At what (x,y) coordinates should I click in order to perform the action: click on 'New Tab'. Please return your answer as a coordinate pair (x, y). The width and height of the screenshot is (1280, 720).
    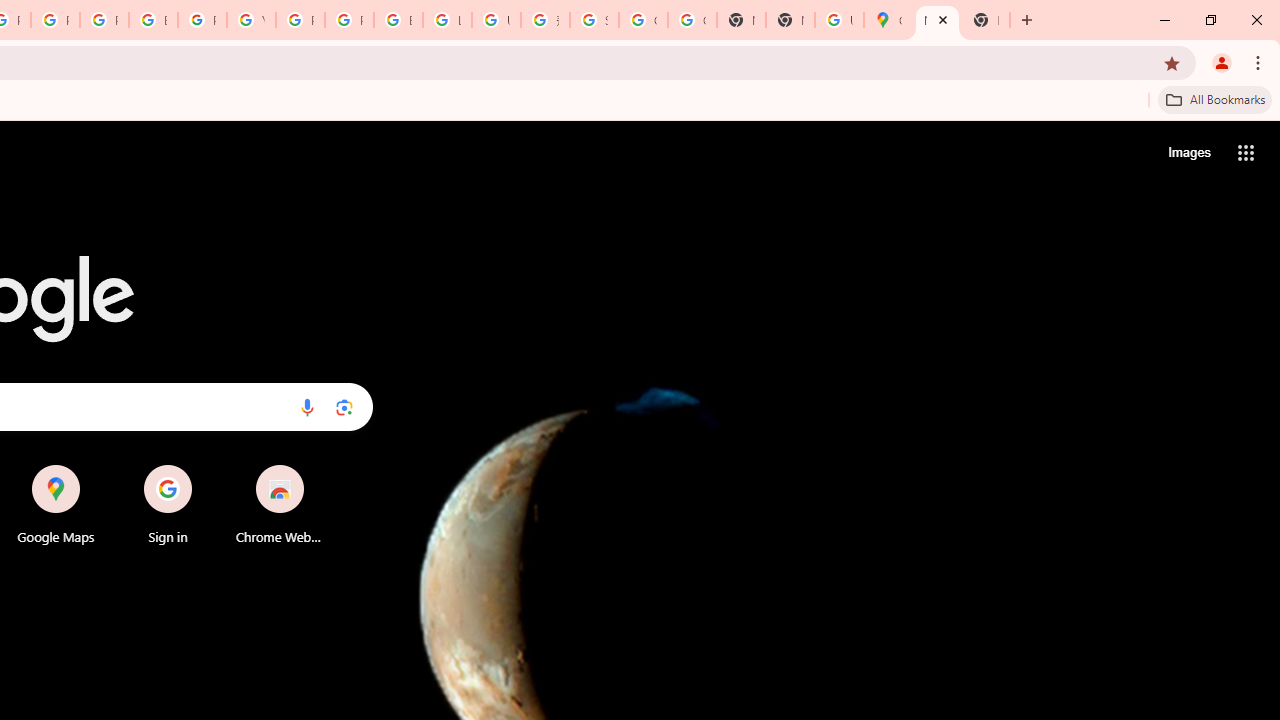
    Looking at the image, I should click on (986, 20).